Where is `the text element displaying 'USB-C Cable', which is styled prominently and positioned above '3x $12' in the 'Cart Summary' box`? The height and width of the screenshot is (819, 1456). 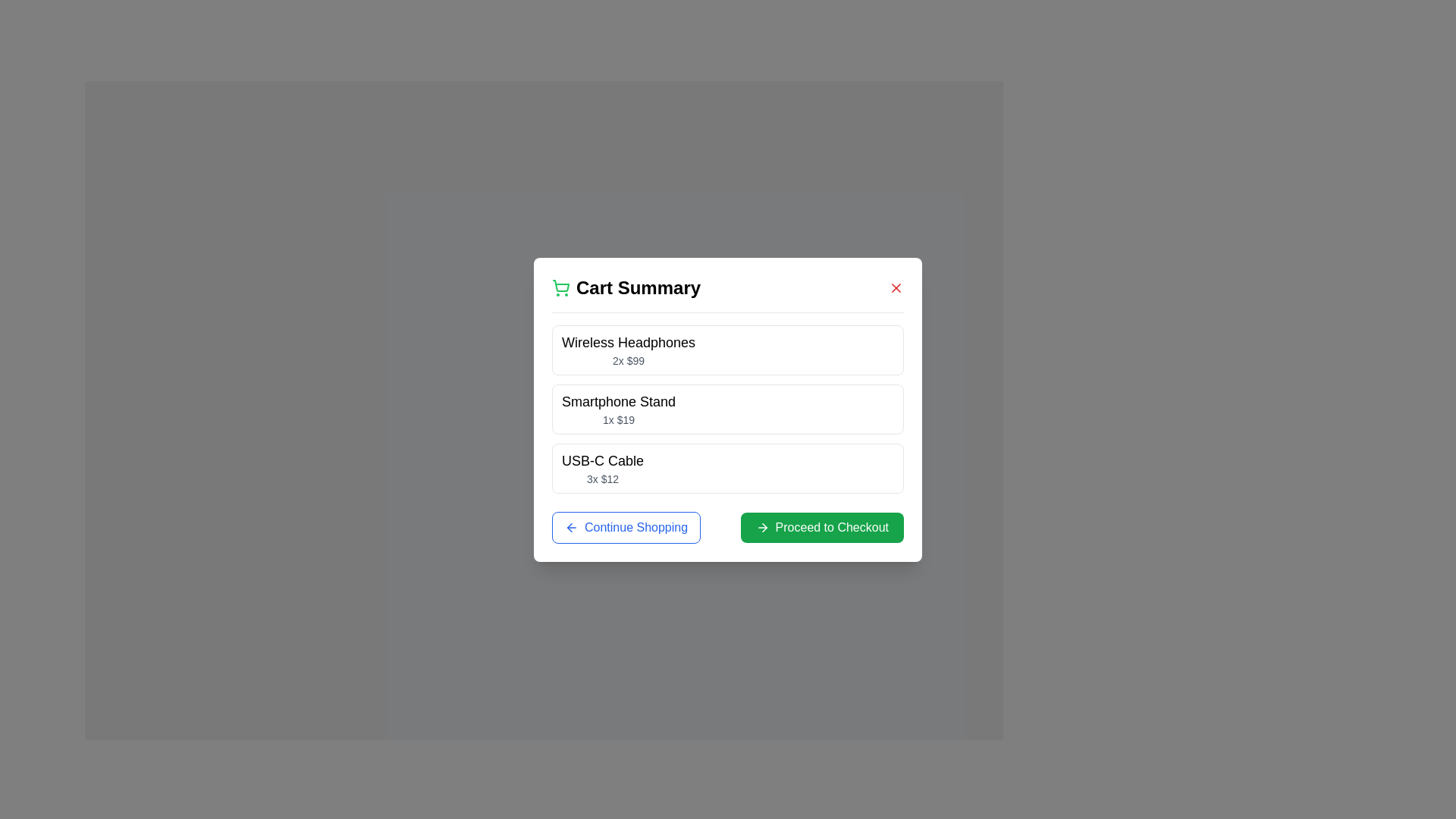
the text element displaying 'USB-C Cable', which is styled prominently and positioned above '3x $12' in the 'Cart Summary' box is located at coordinates (602, 460).